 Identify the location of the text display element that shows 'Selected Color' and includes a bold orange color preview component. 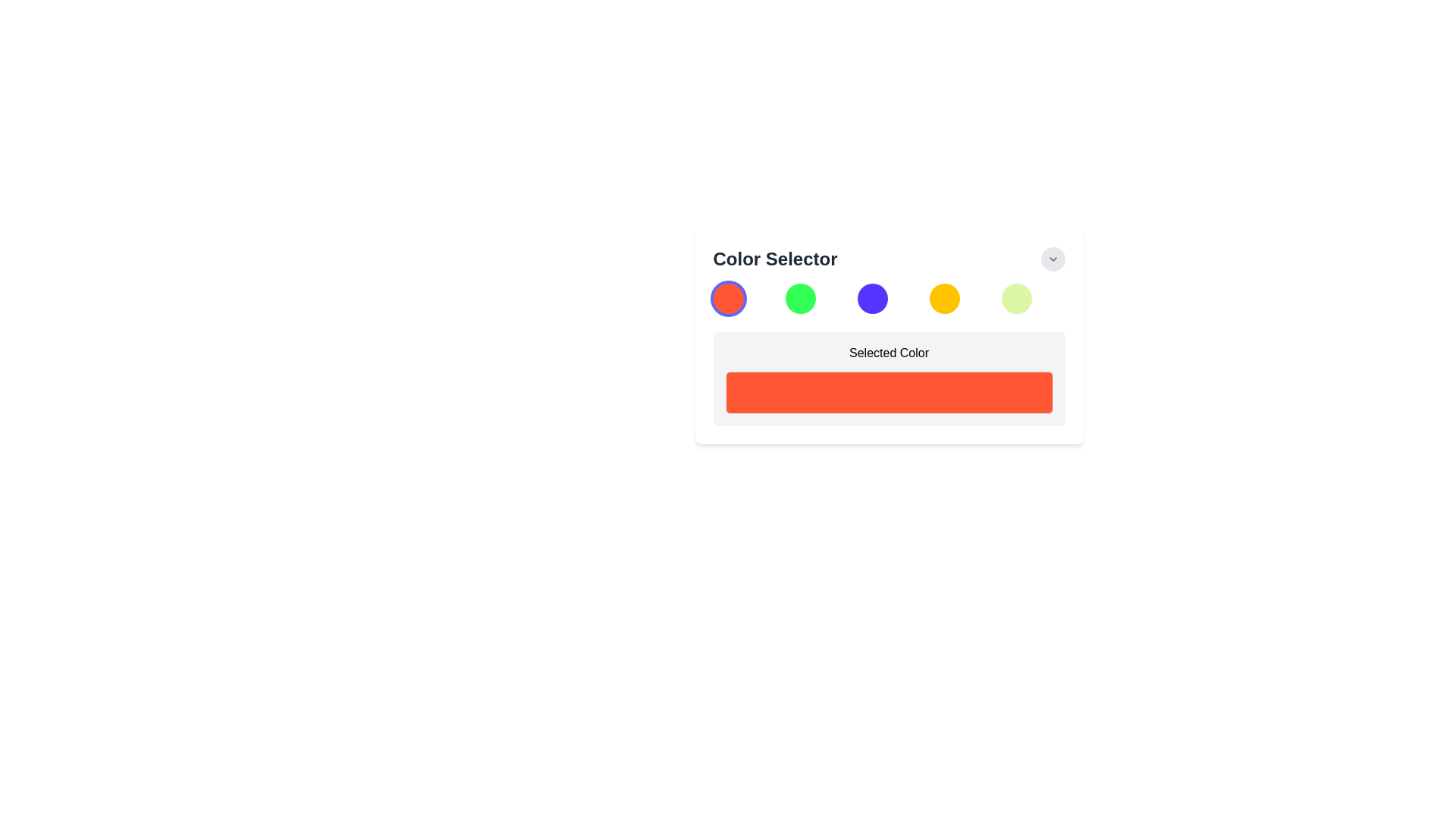
(889, 354).